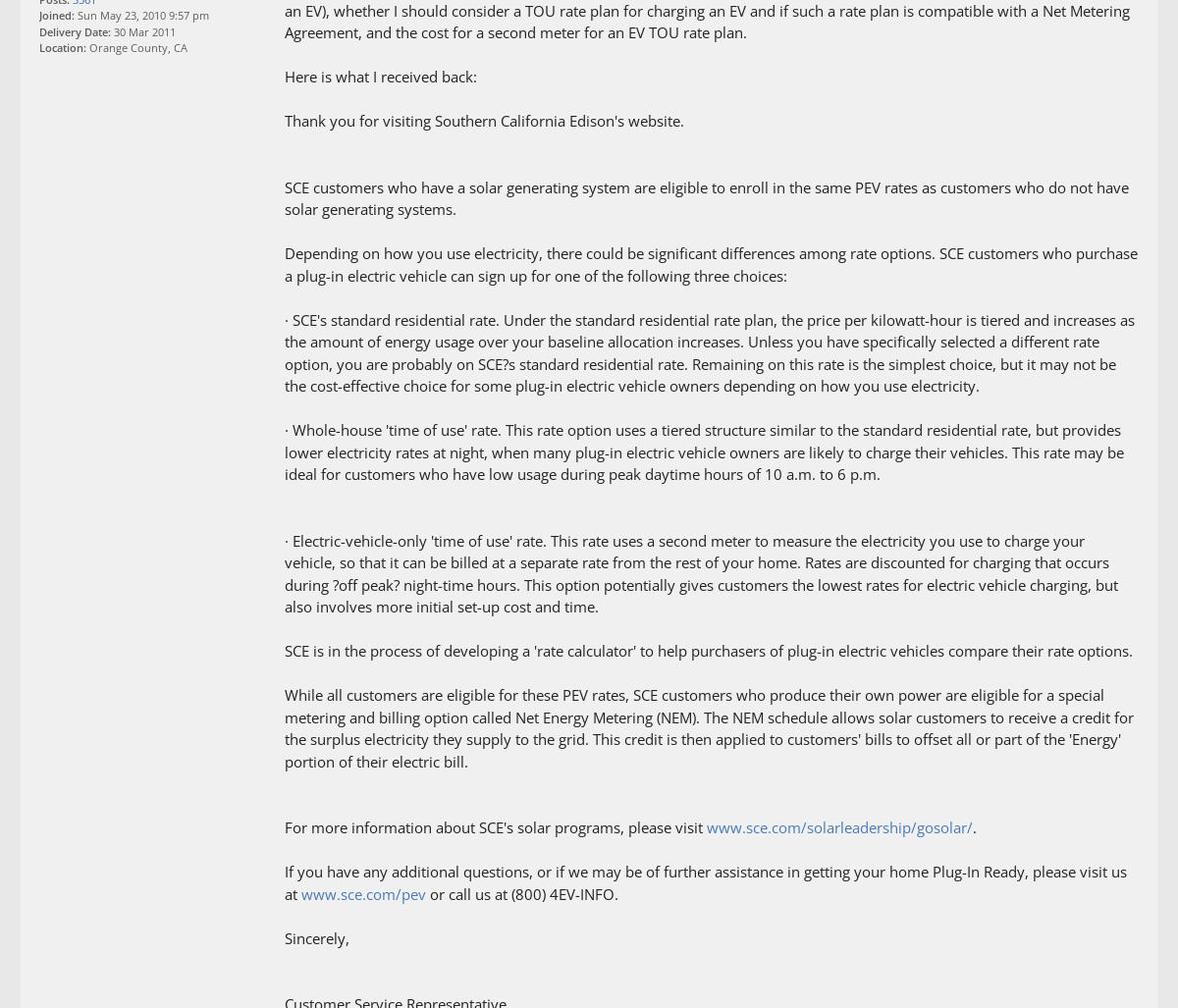 This screenshot has height=1008, width=1178. What do you see at coordinates (483, 121) in the screenshot?
I see `'Thank you  for visiting Southern California Edison's website.'` at bounding box center [483, 121].